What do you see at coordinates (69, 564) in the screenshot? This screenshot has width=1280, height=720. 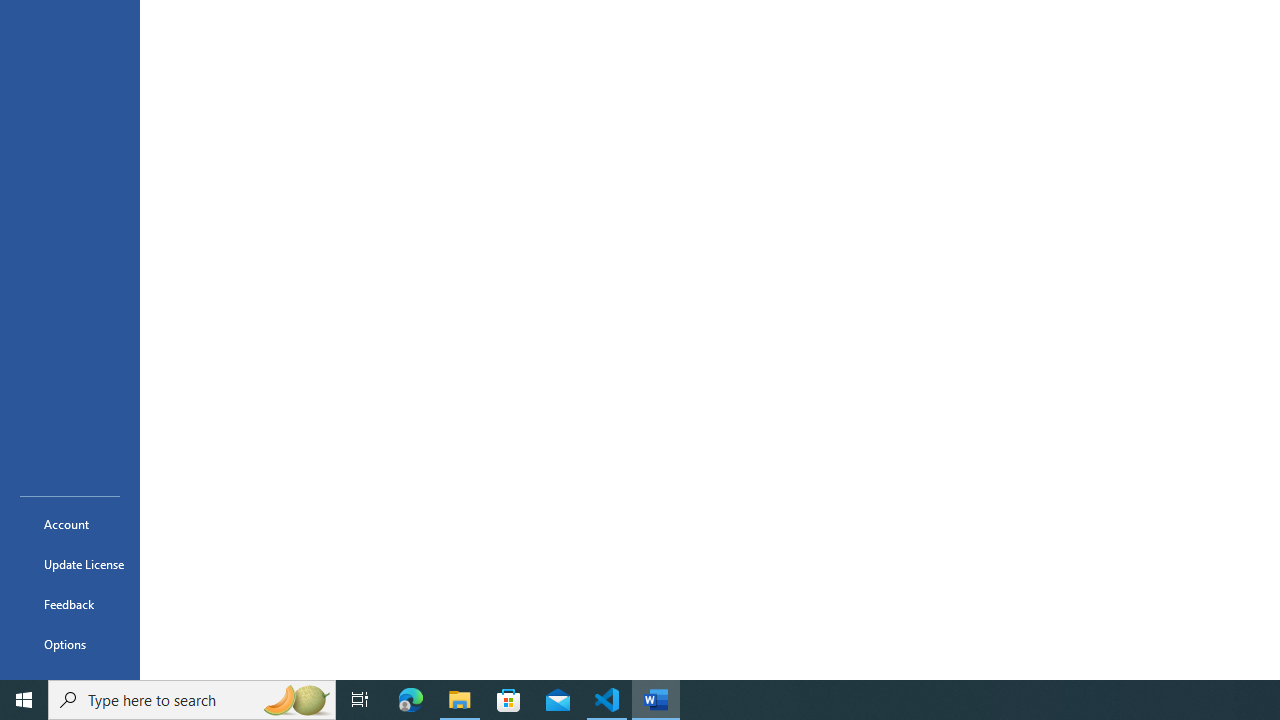 I see `'Update License'` at bounding box center [69, 564].